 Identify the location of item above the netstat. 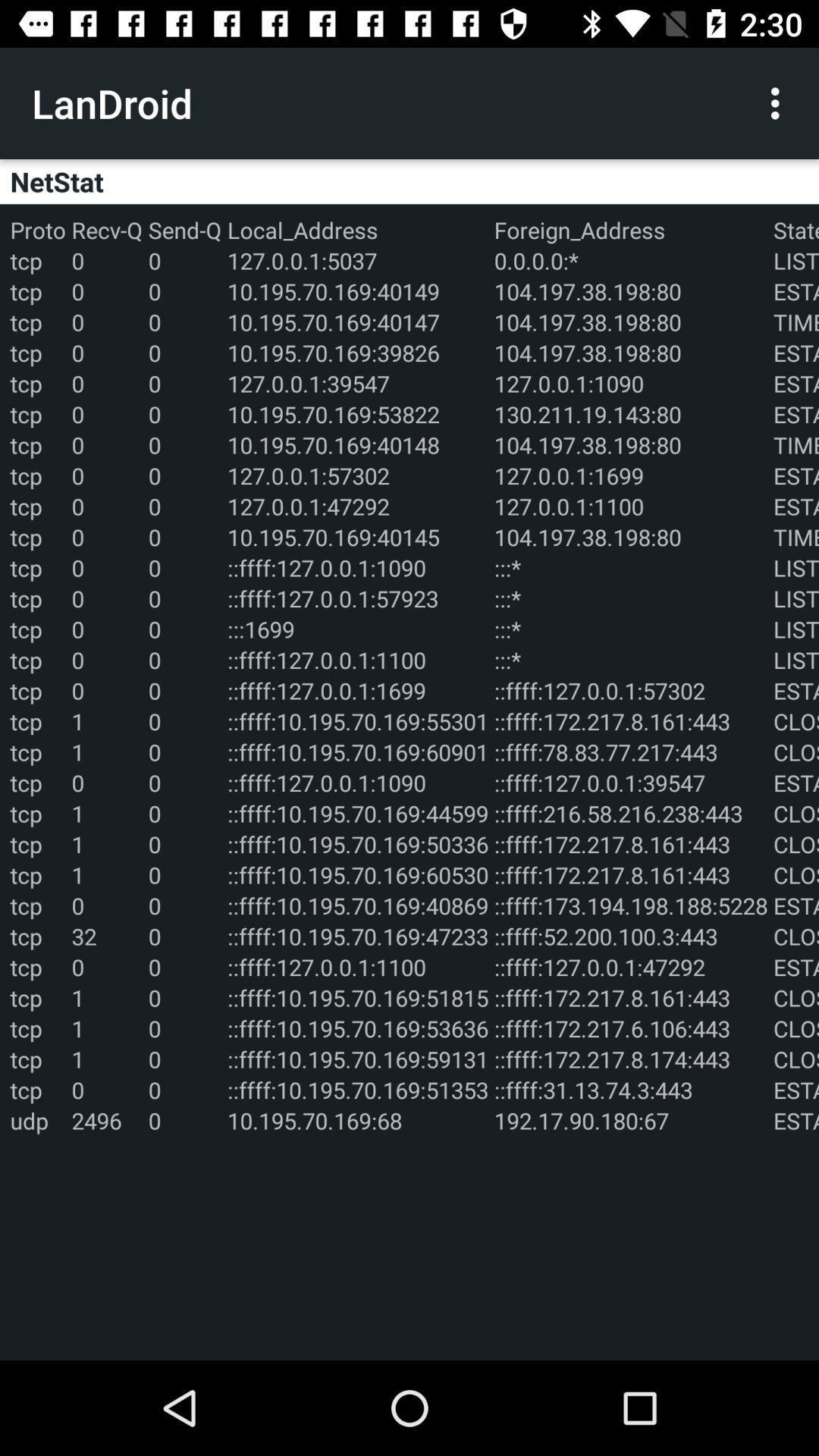
(779, 102).